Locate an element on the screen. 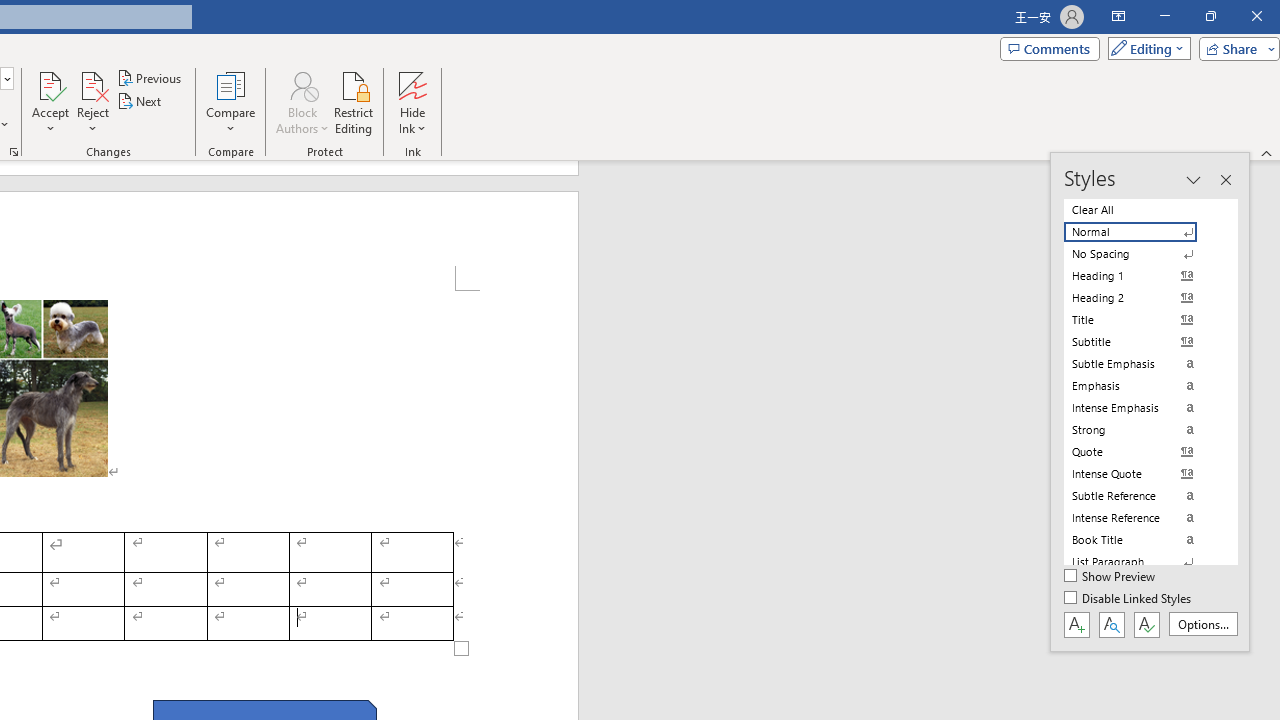 The width and height of the screenshot is (1280, 720). 'Book Title' is located at coordinates (1142, 540).